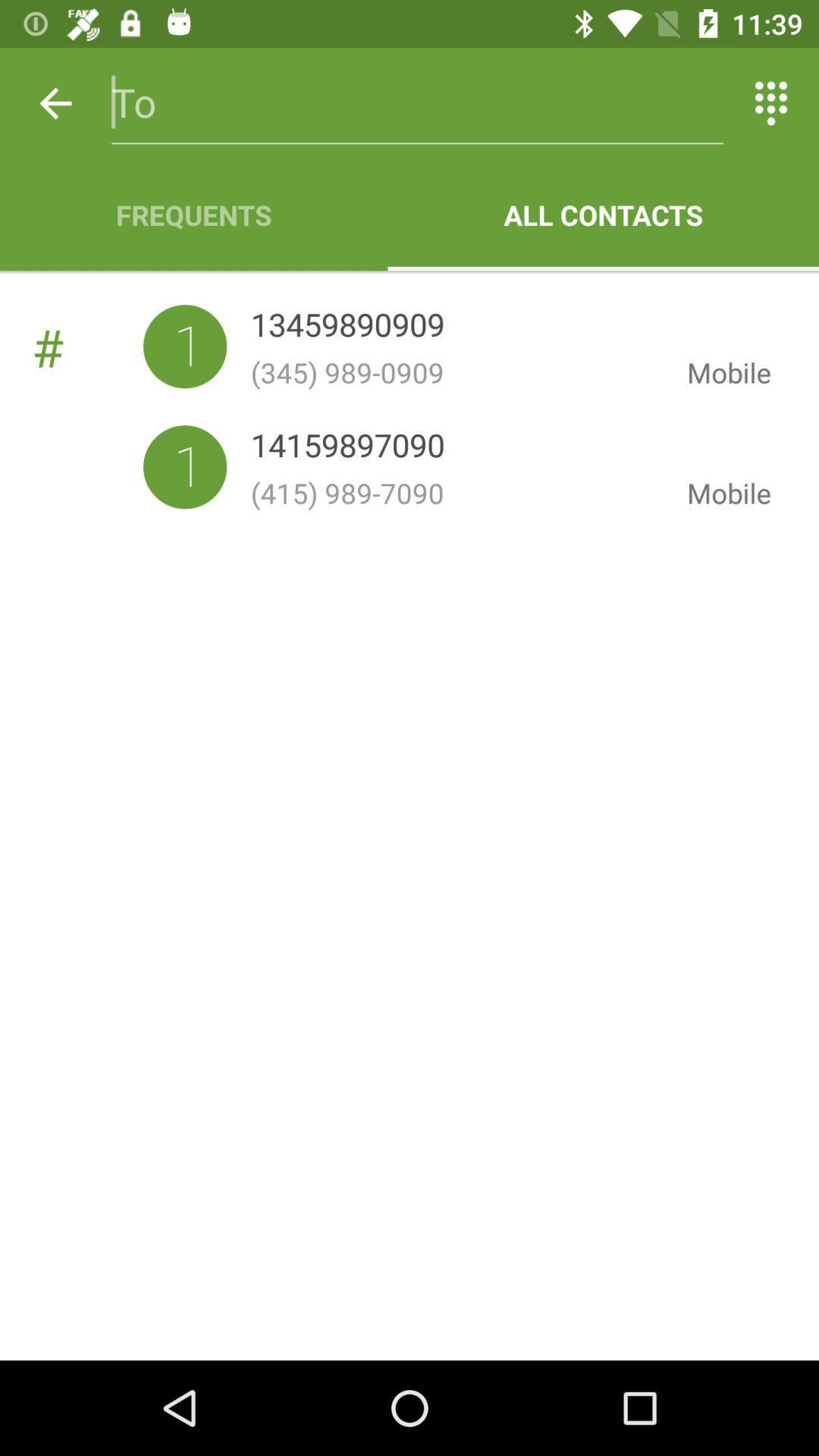 This screenshot has height=1456, width=819. I want to click on the # icon, so click(87, 346).